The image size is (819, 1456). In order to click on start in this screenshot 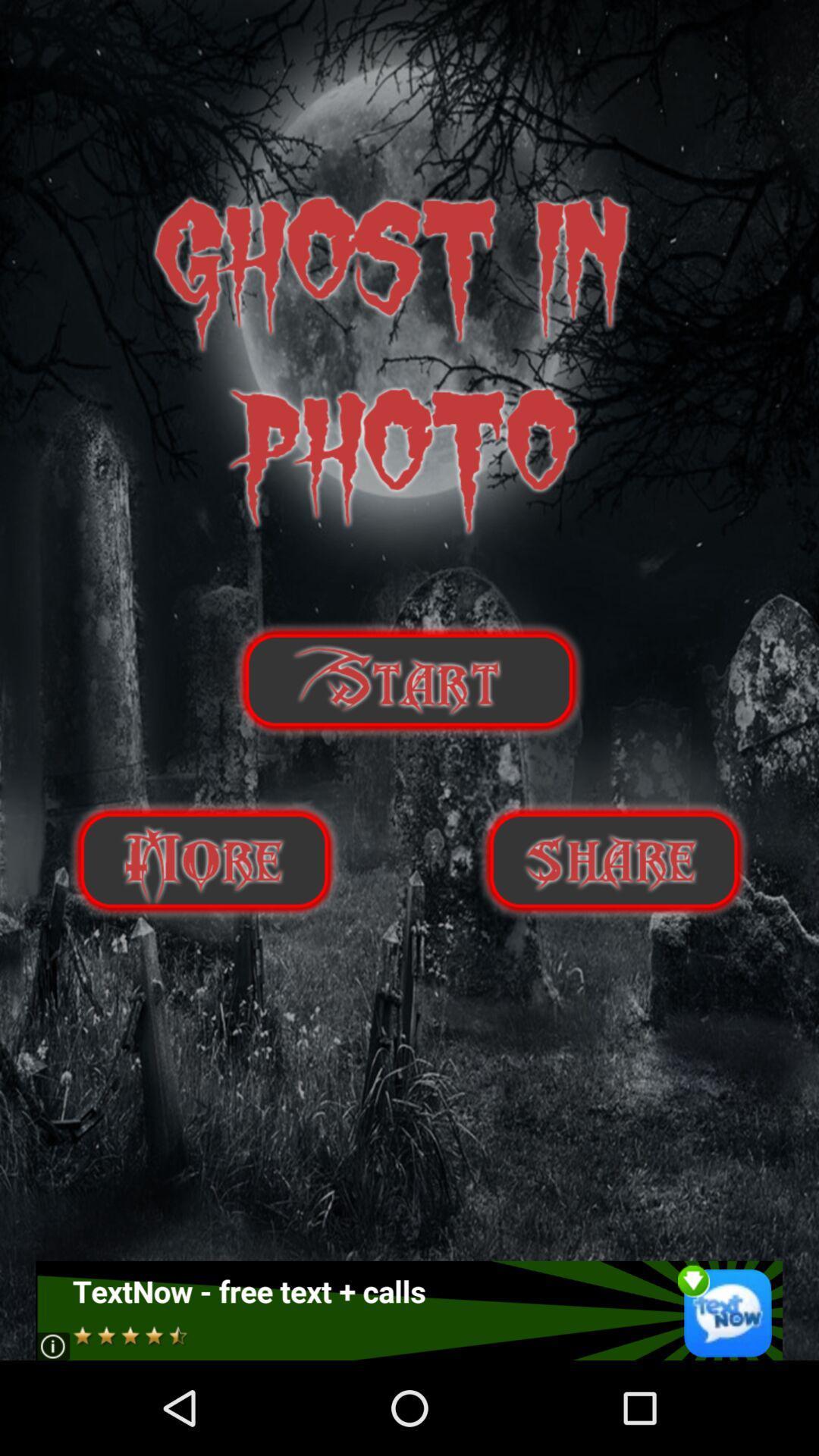, I will do `click(408, 679)`.